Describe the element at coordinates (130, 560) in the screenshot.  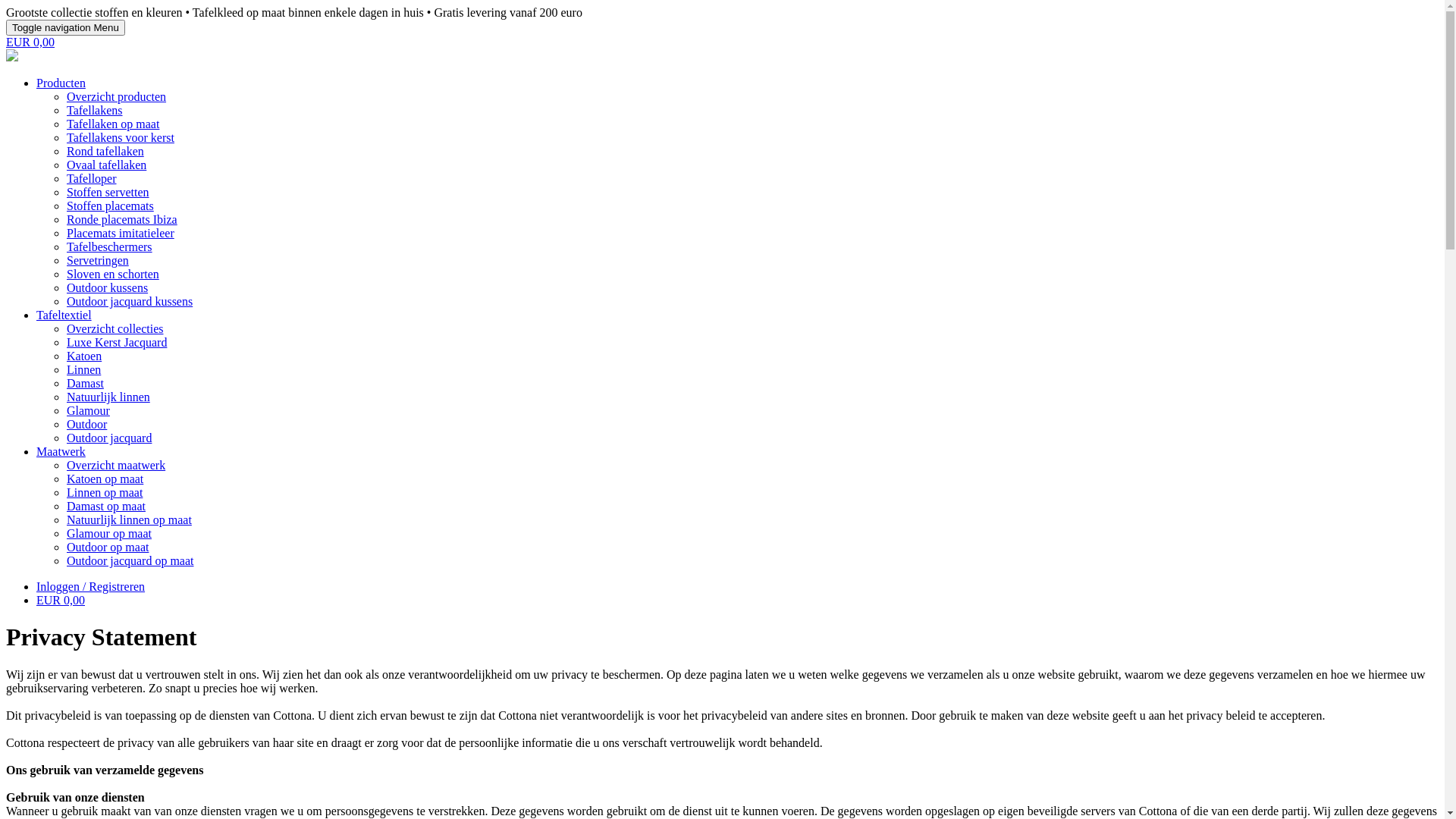
I see `'Outdoor jacquard op maat'` at that location.